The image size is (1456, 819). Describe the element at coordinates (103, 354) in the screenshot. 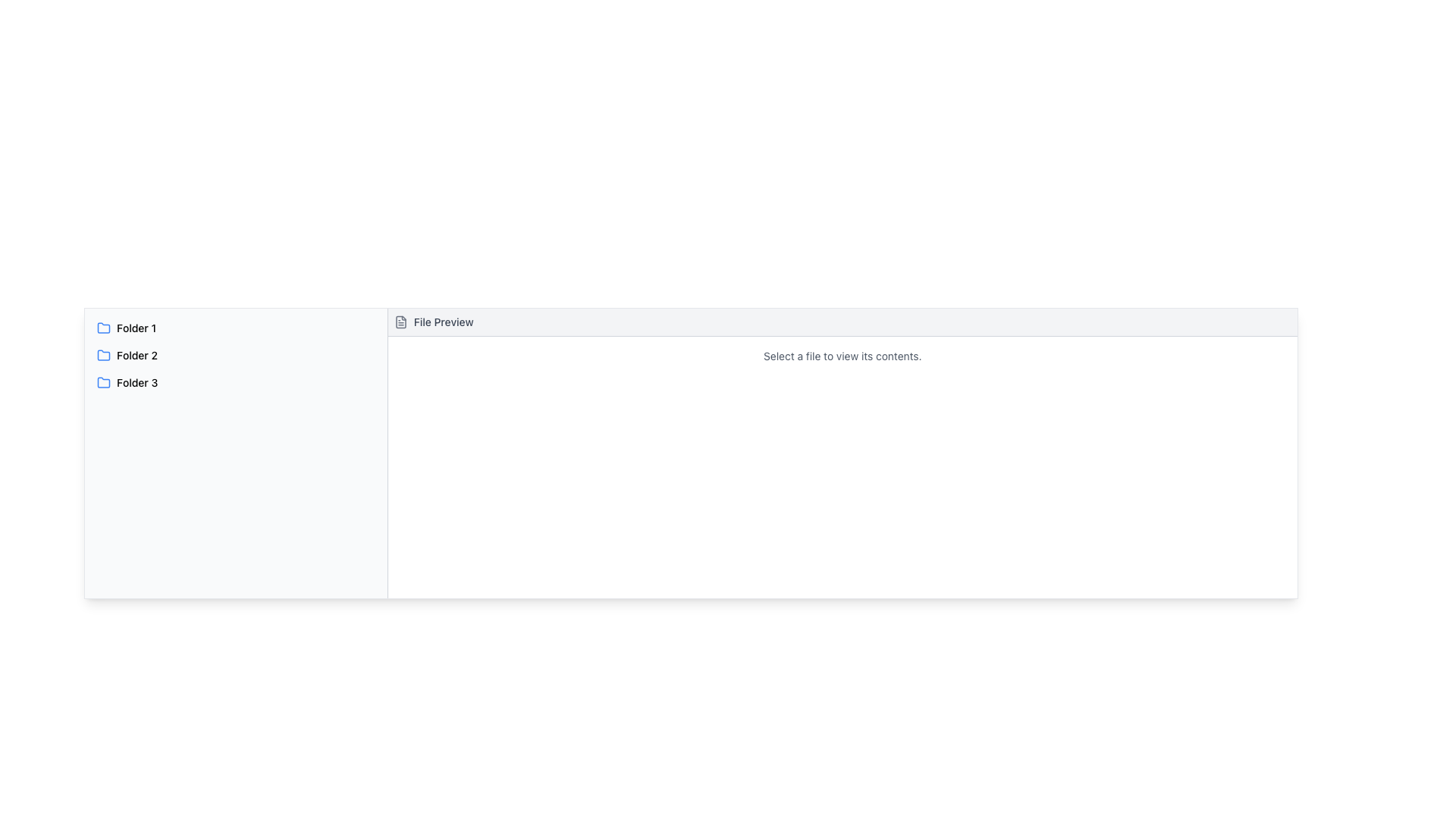

I see `the folder icon labeled 'Folder 2'` at that location.